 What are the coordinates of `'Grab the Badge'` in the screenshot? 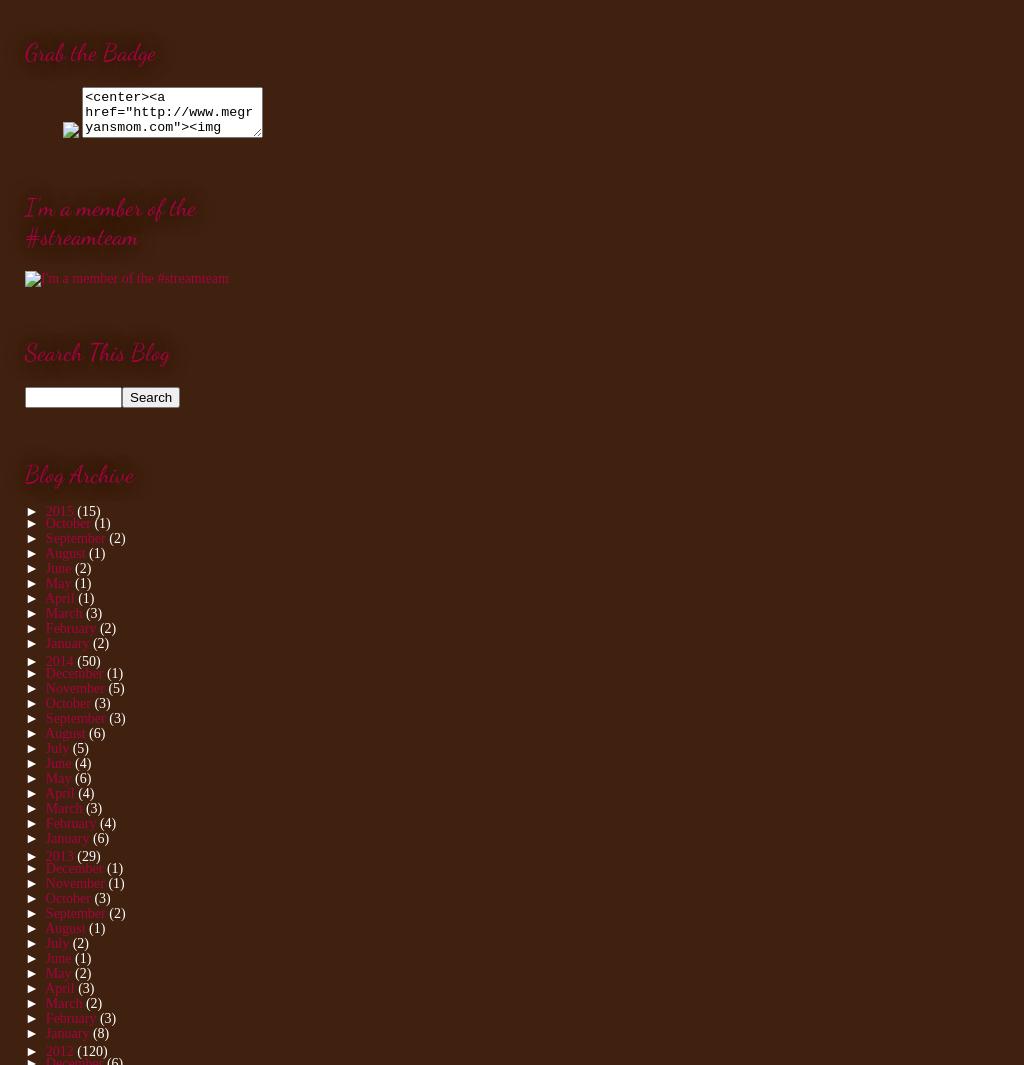 It's located at (90, 50).